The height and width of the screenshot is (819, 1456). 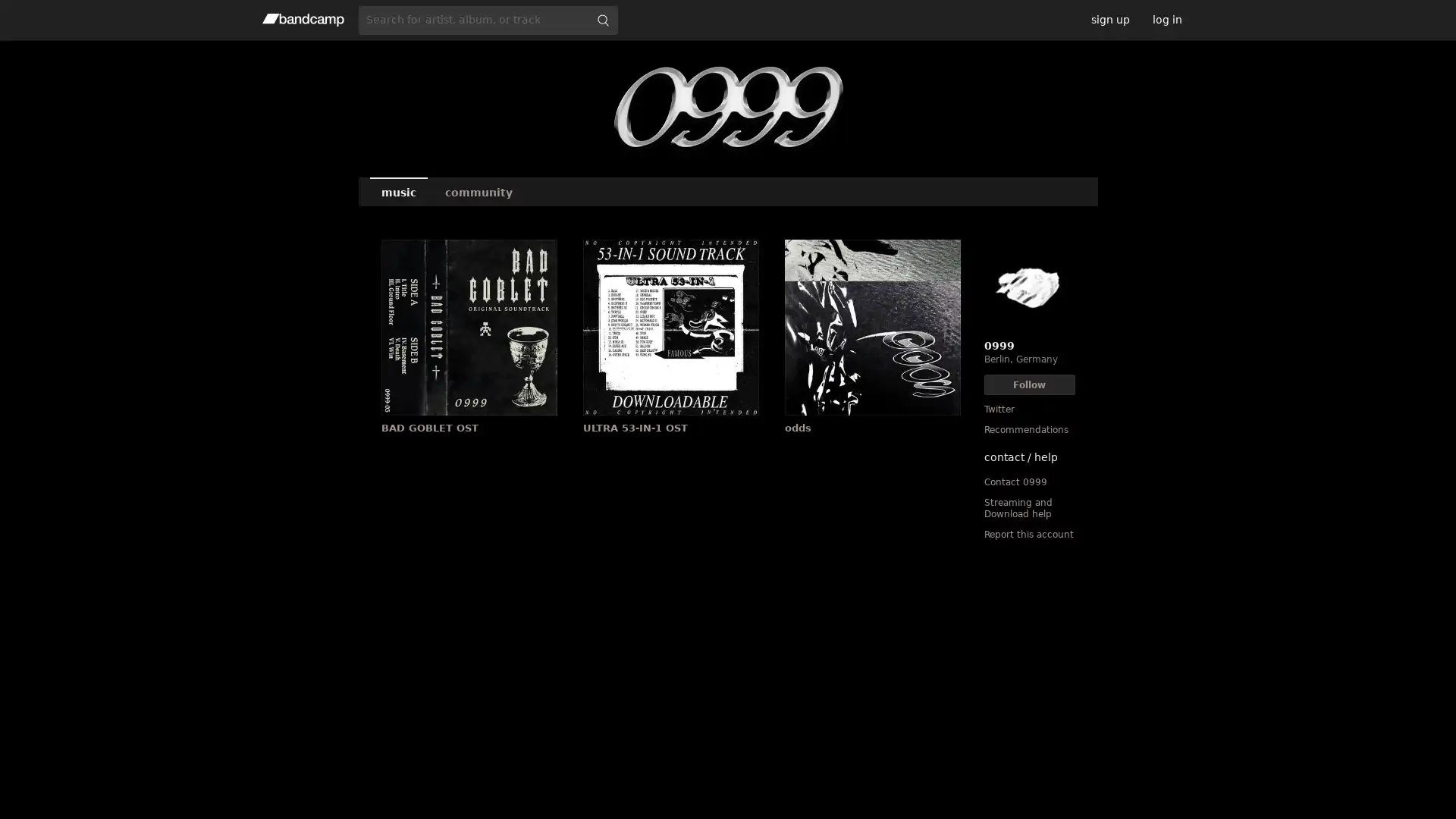 What do you see at coordinates (1029, 384) in the screenshot?
I see `Follow` at bounding box center [1029, 384].